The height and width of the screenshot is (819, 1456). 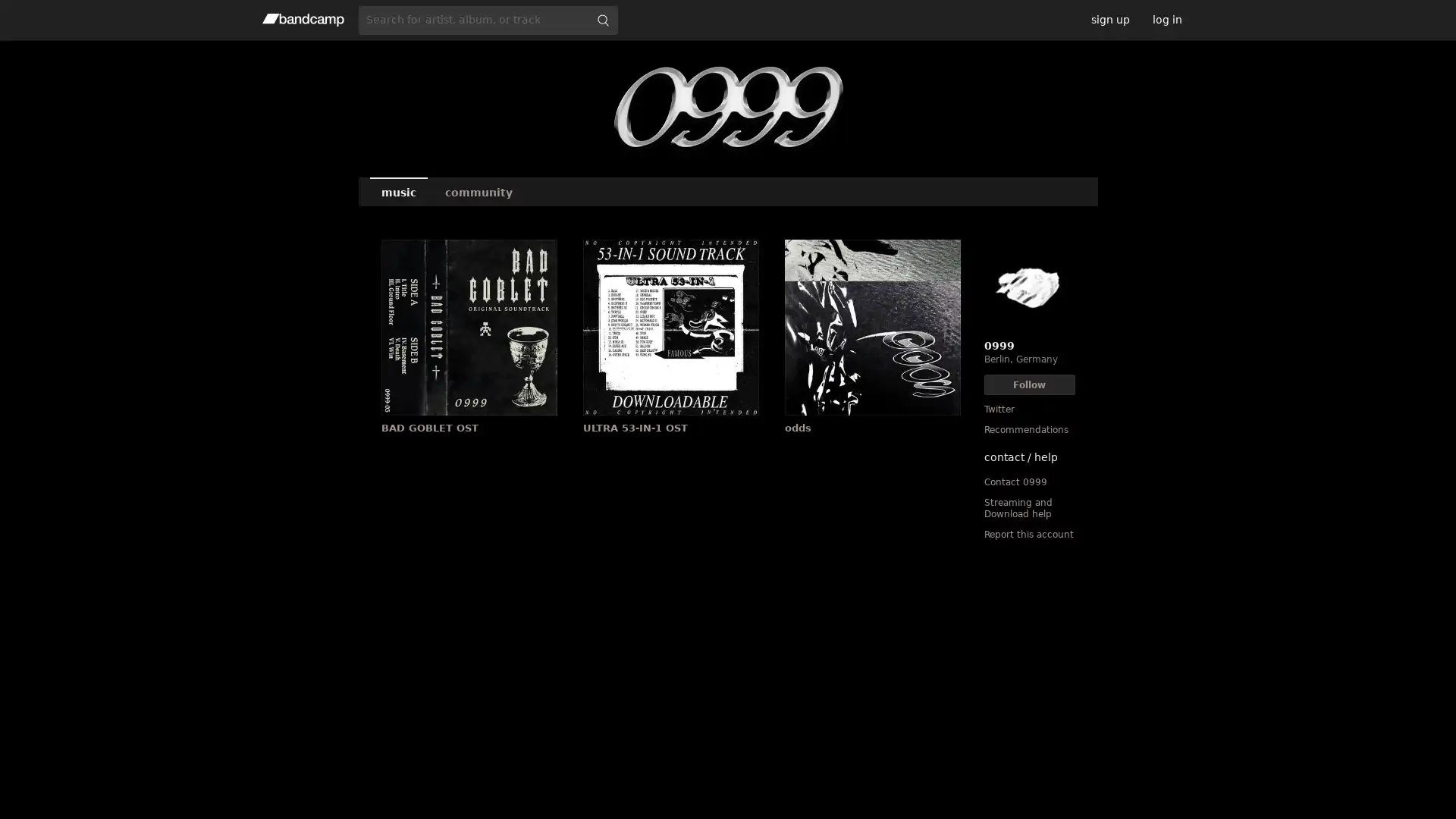 What do you see at coordinates (1029, 384) in the screenshot?
I see `Follow` at bounding box center [1029, 384].